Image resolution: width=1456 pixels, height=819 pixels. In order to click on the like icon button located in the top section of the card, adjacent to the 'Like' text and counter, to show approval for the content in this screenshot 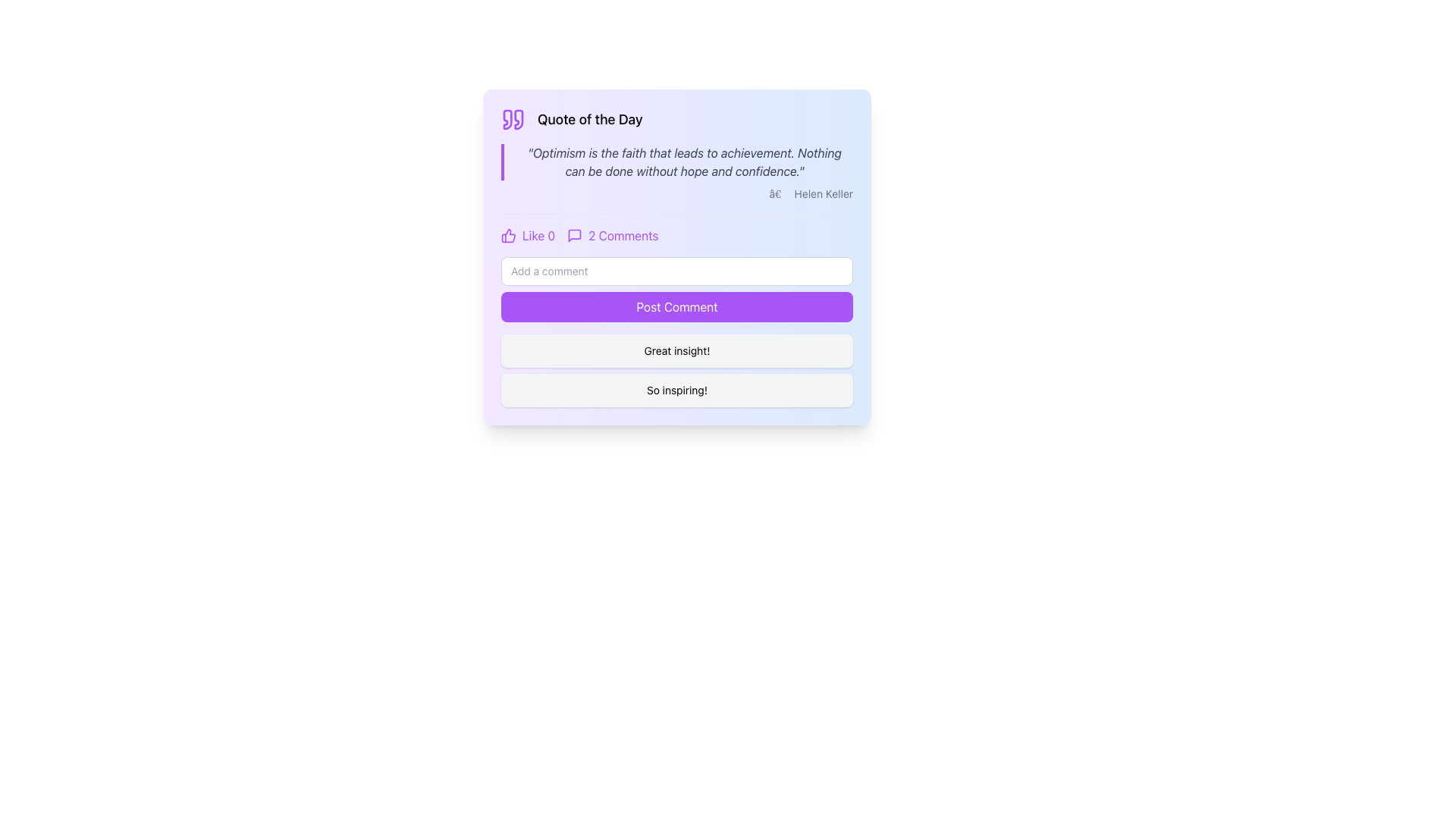, I will do `click(509, 236)`.